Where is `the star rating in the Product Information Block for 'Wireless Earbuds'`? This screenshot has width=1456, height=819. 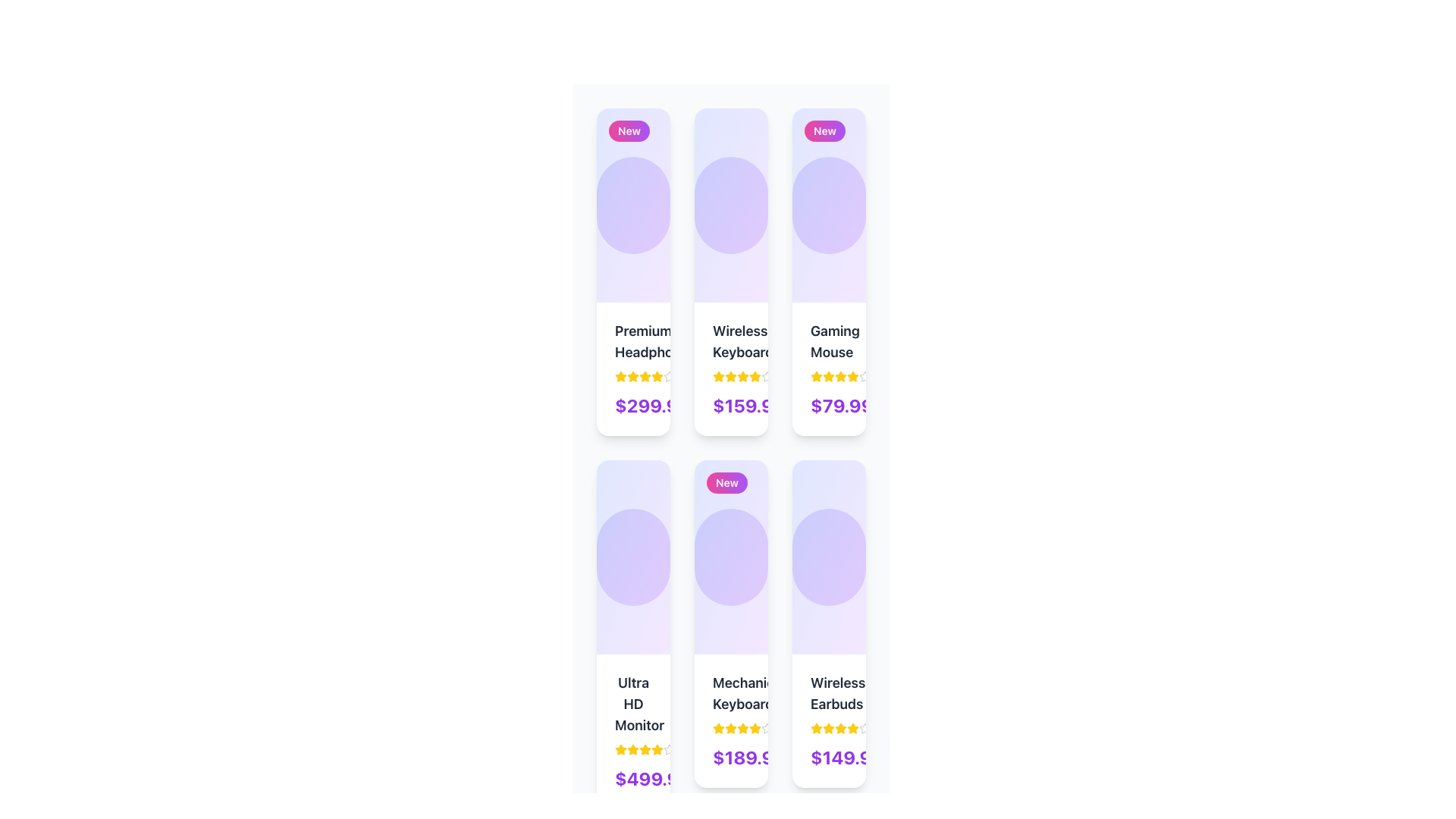
the star rating in the Product Information Block for 'Wireless Earbuds' is located at coordinates (828, 720).